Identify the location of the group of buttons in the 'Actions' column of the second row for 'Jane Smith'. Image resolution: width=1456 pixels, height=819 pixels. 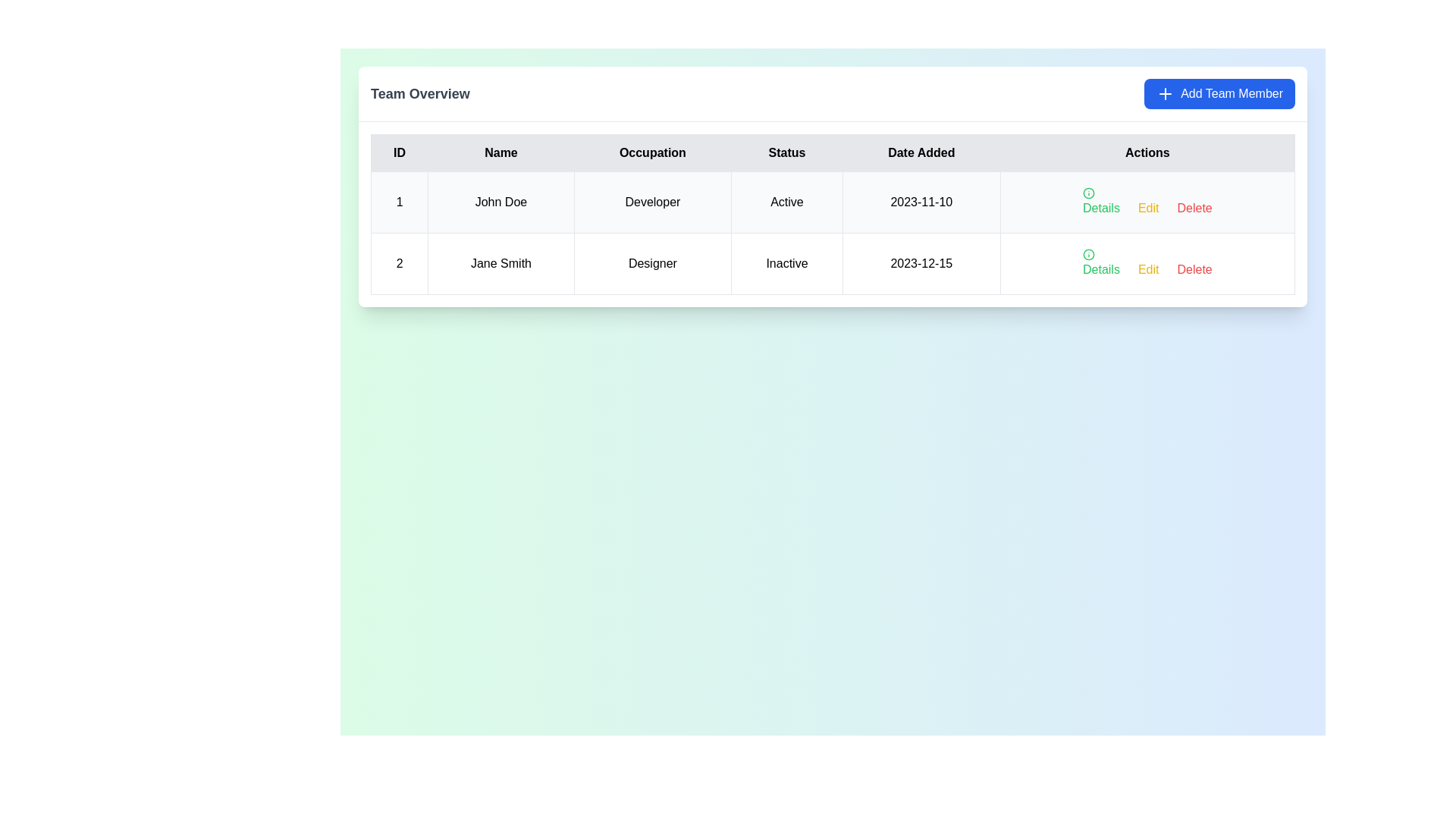
(1147, 262).